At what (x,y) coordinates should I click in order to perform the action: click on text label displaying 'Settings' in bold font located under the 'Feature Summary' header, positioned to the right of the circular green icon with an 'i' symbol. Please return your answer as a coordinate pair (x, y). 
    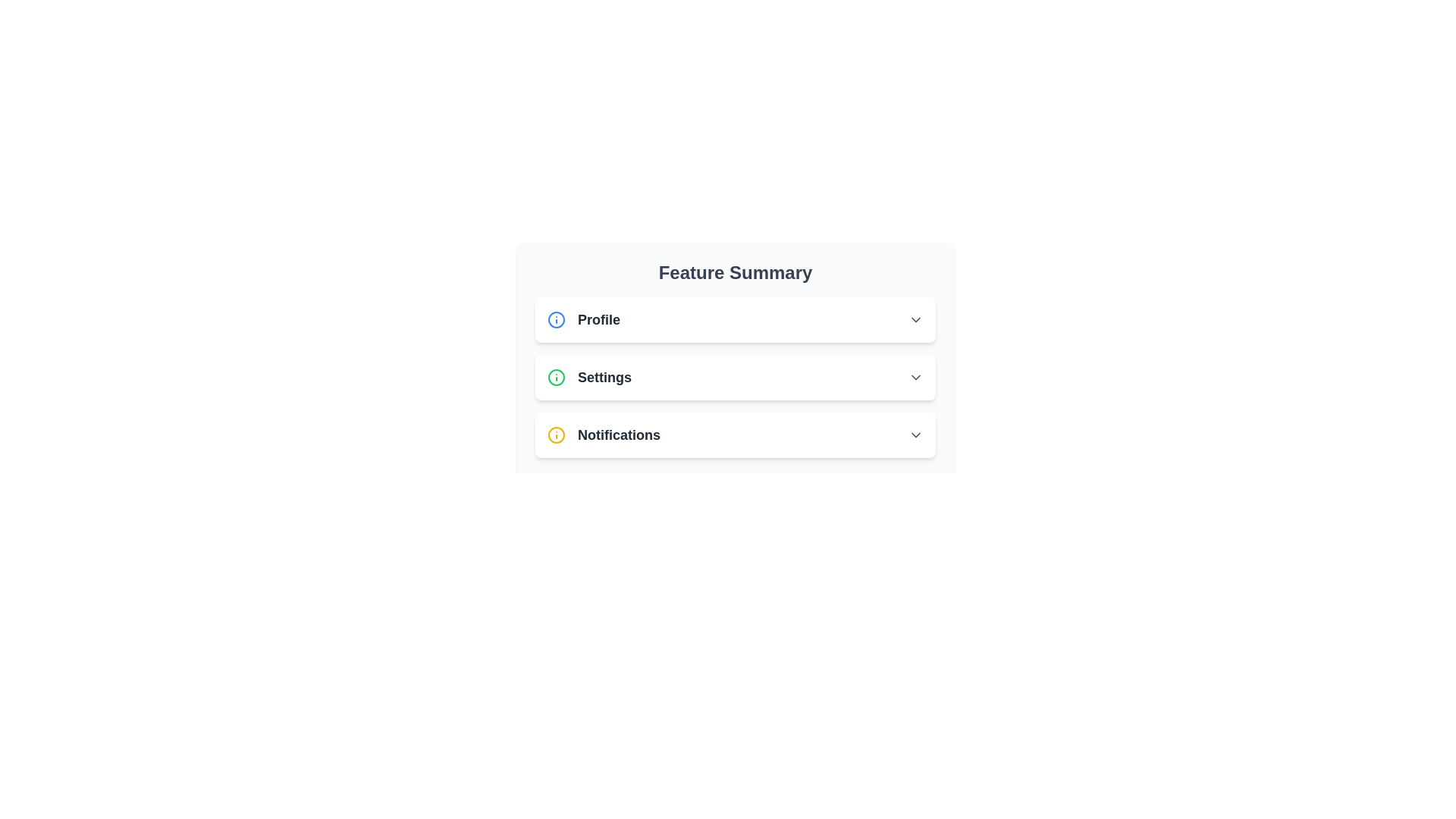
    Looking at the image, I should click on (604, 376).